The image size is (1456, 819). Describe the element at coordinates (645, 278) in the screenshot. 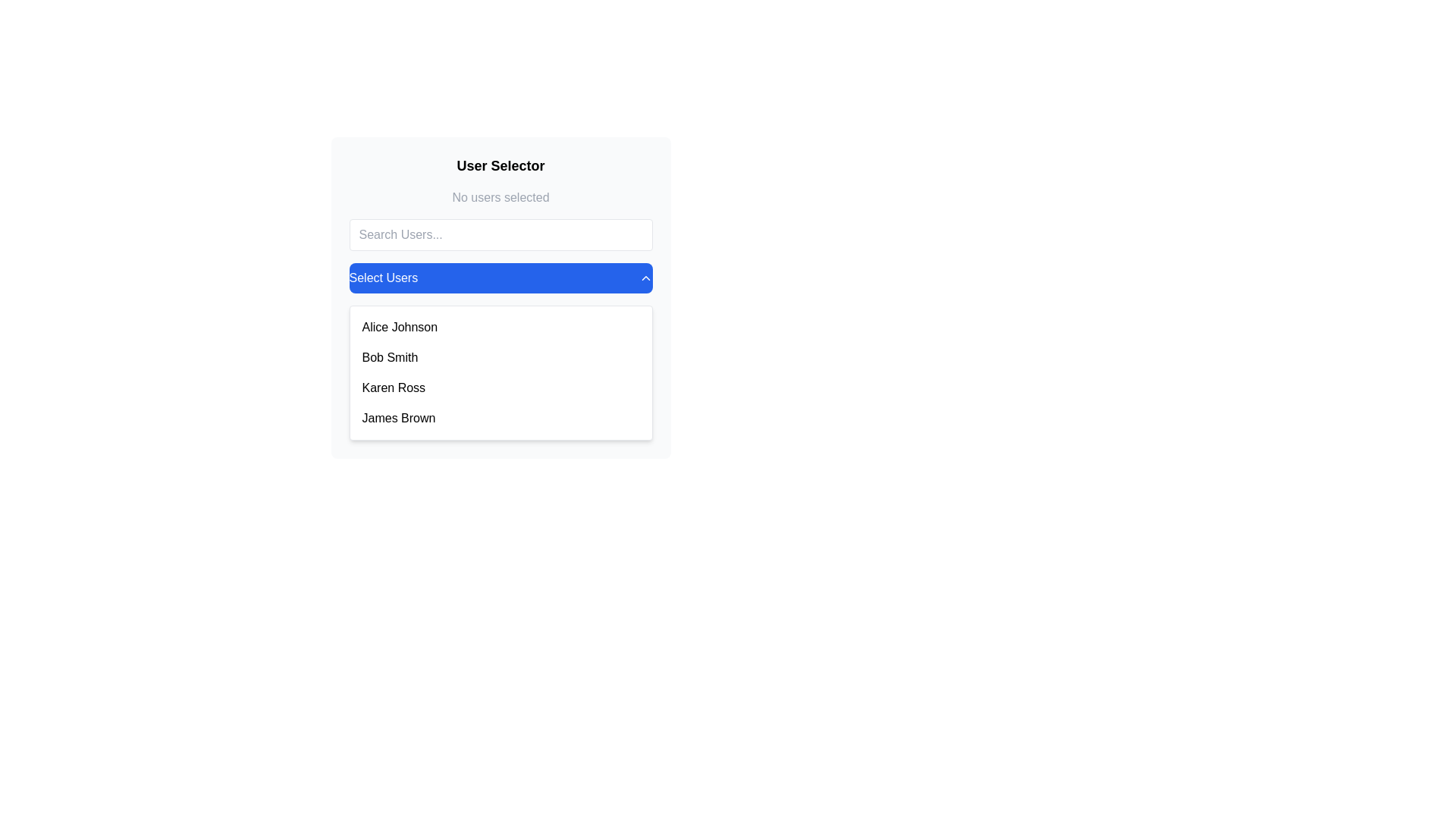

I see `the chevron icon on the far right side of the blue button labeled 'Select Users'` at that location.